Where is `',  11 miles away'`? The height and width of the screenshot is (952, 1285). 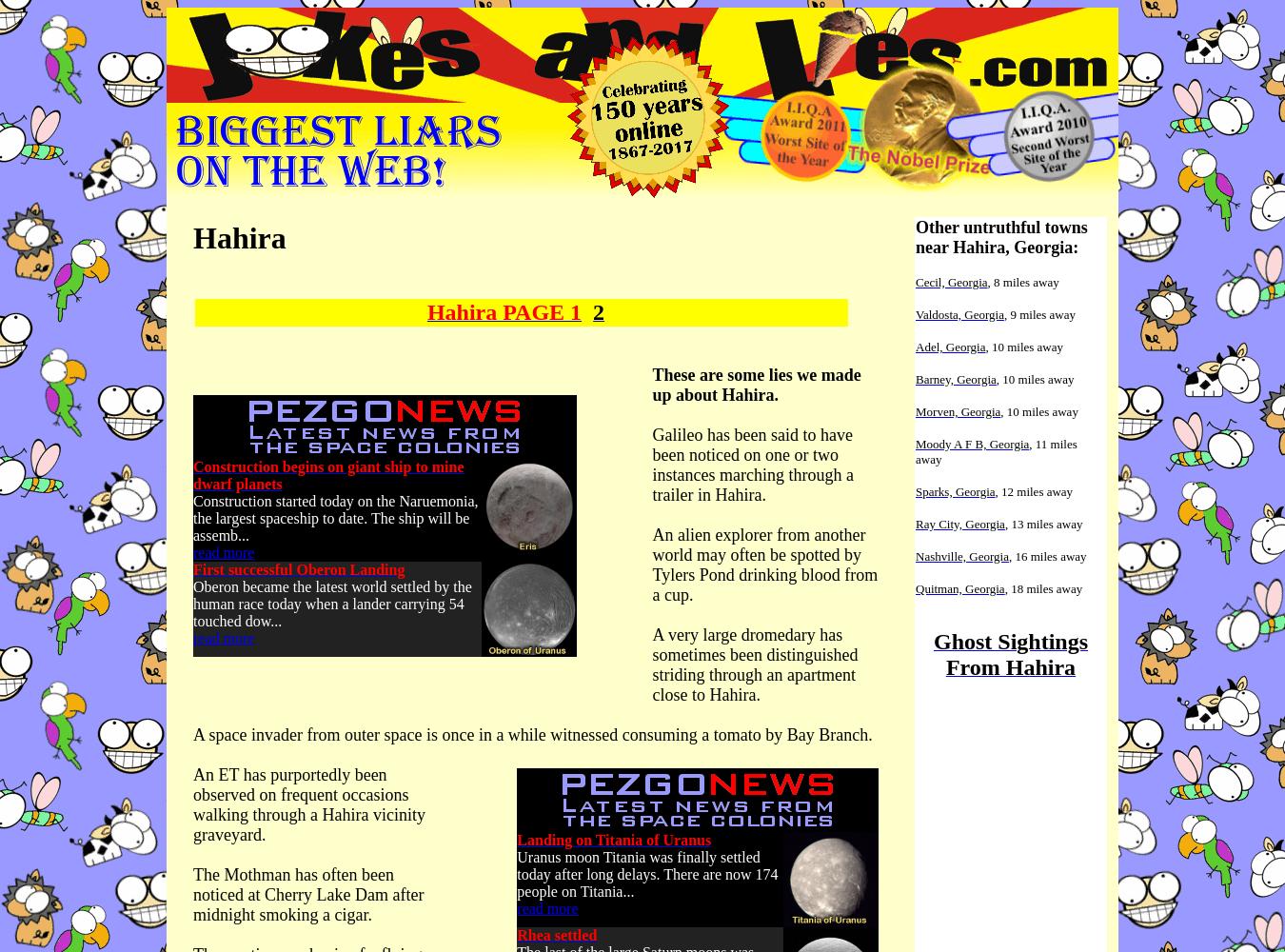
',  11 miles away' is located at coordinates (915, 450).